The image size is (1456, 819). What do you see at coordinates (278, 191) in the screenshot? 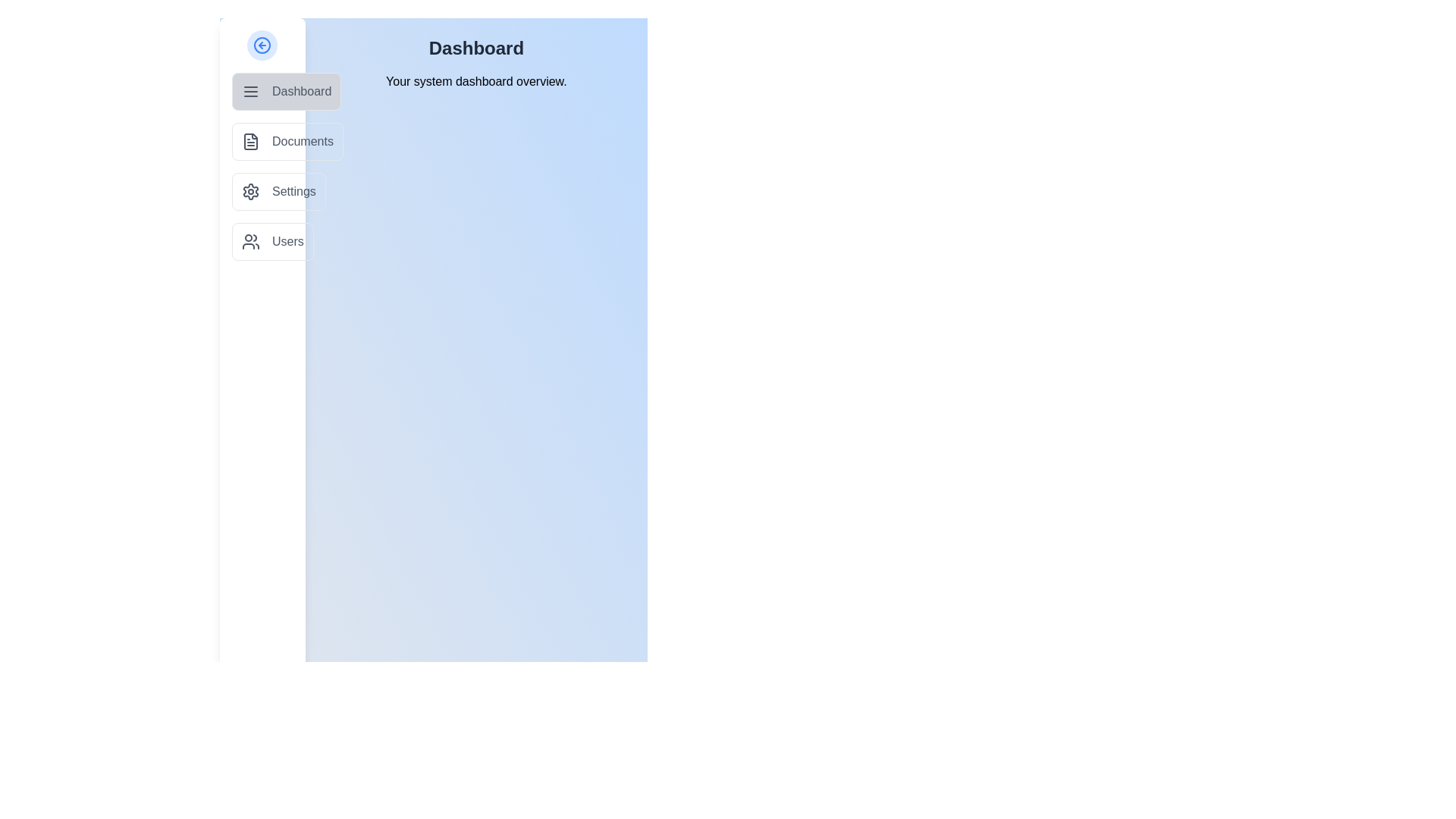
I see `the menu item Settings from the list` at bounding box center [278, 191].